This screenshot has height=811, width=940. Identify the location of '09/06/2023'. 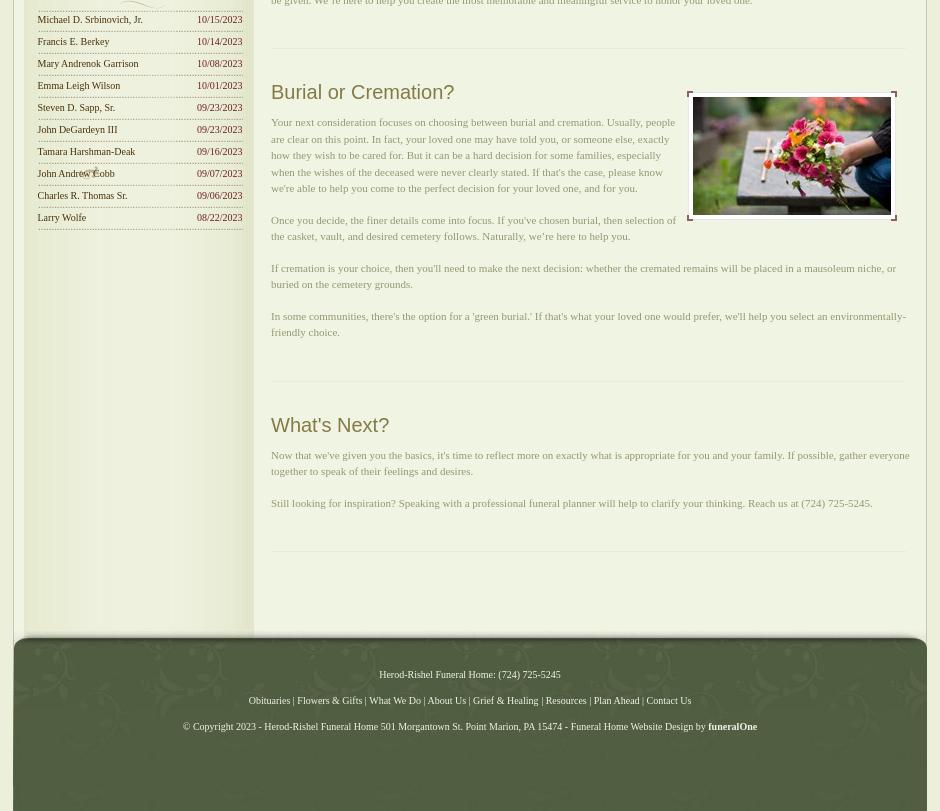
(195, 195).